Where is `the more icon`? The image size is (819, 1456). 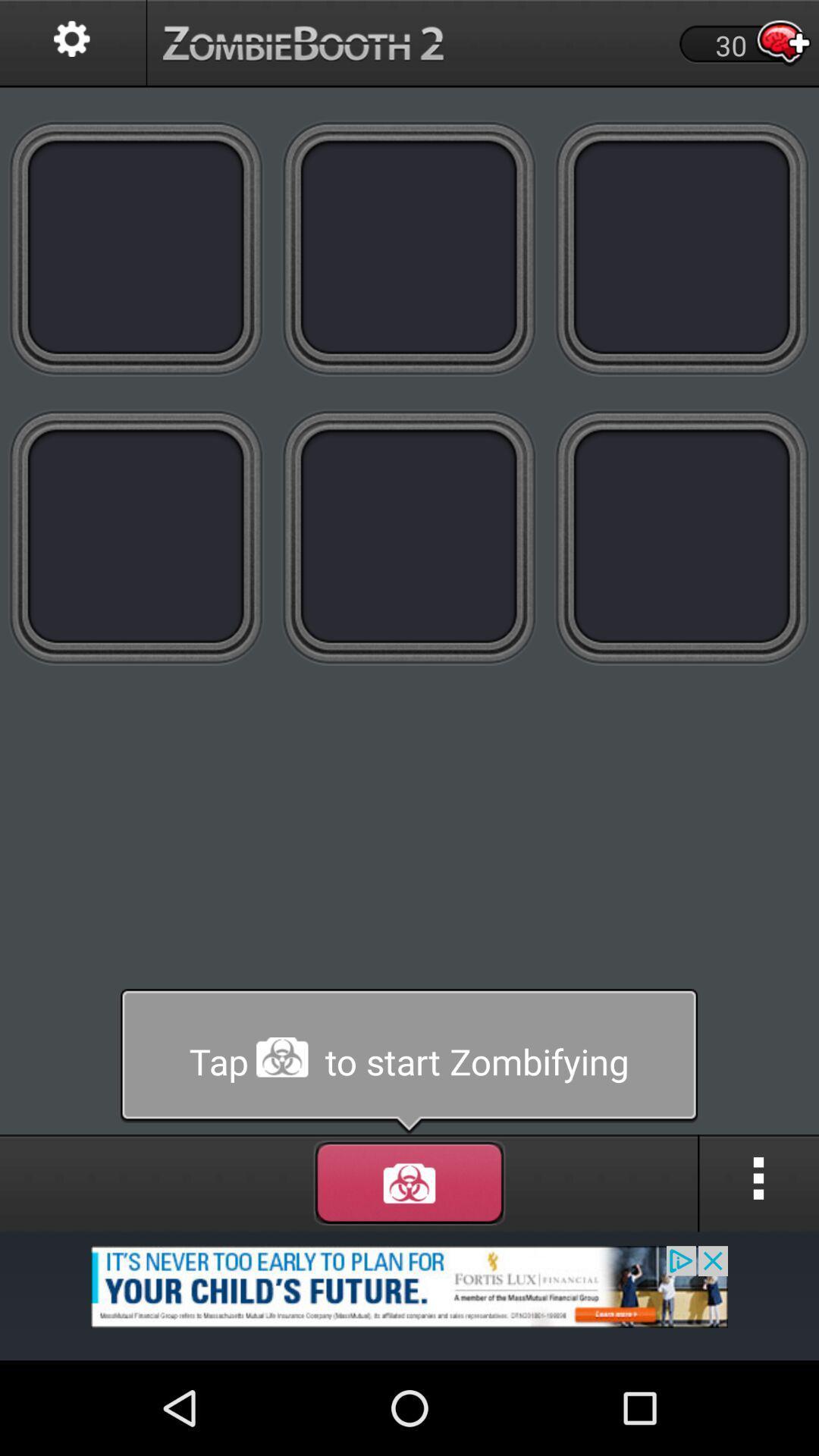
the more icon is located at coordinates (759, 1266).